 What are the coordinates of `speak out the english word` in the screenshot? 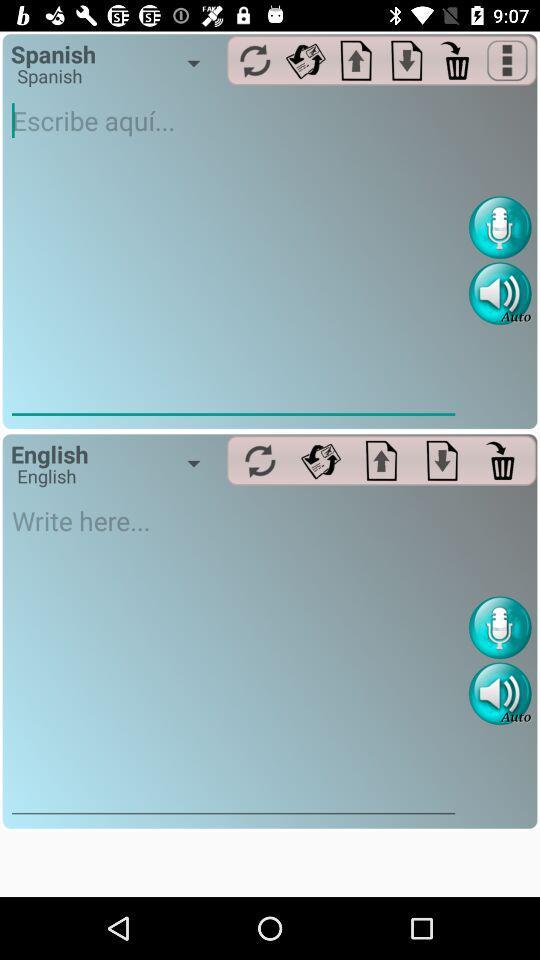 It's located at (499, 693).